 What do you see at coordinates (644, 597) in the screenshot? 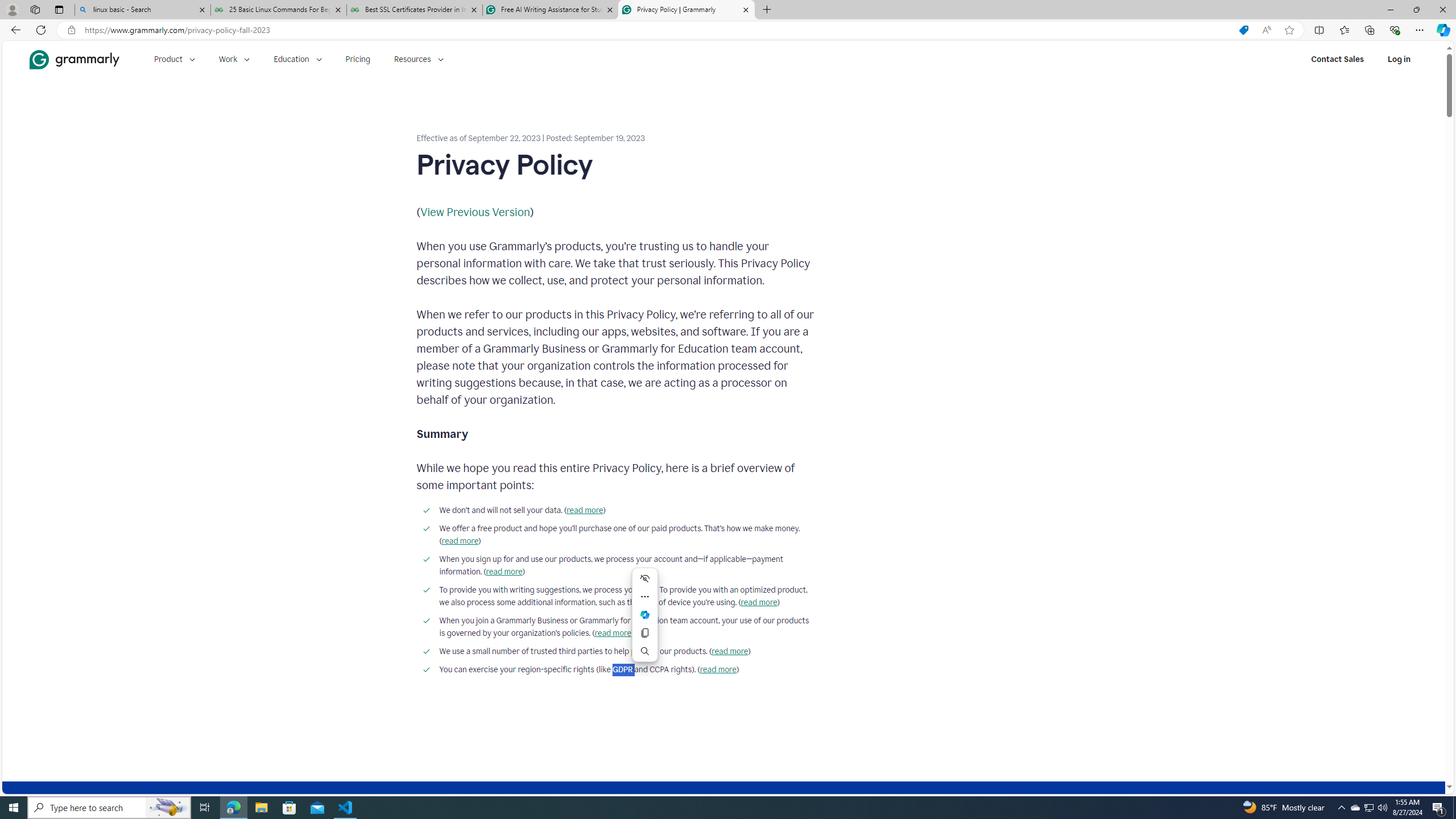
I see `'More actions'` at bounding box center [644, 597].